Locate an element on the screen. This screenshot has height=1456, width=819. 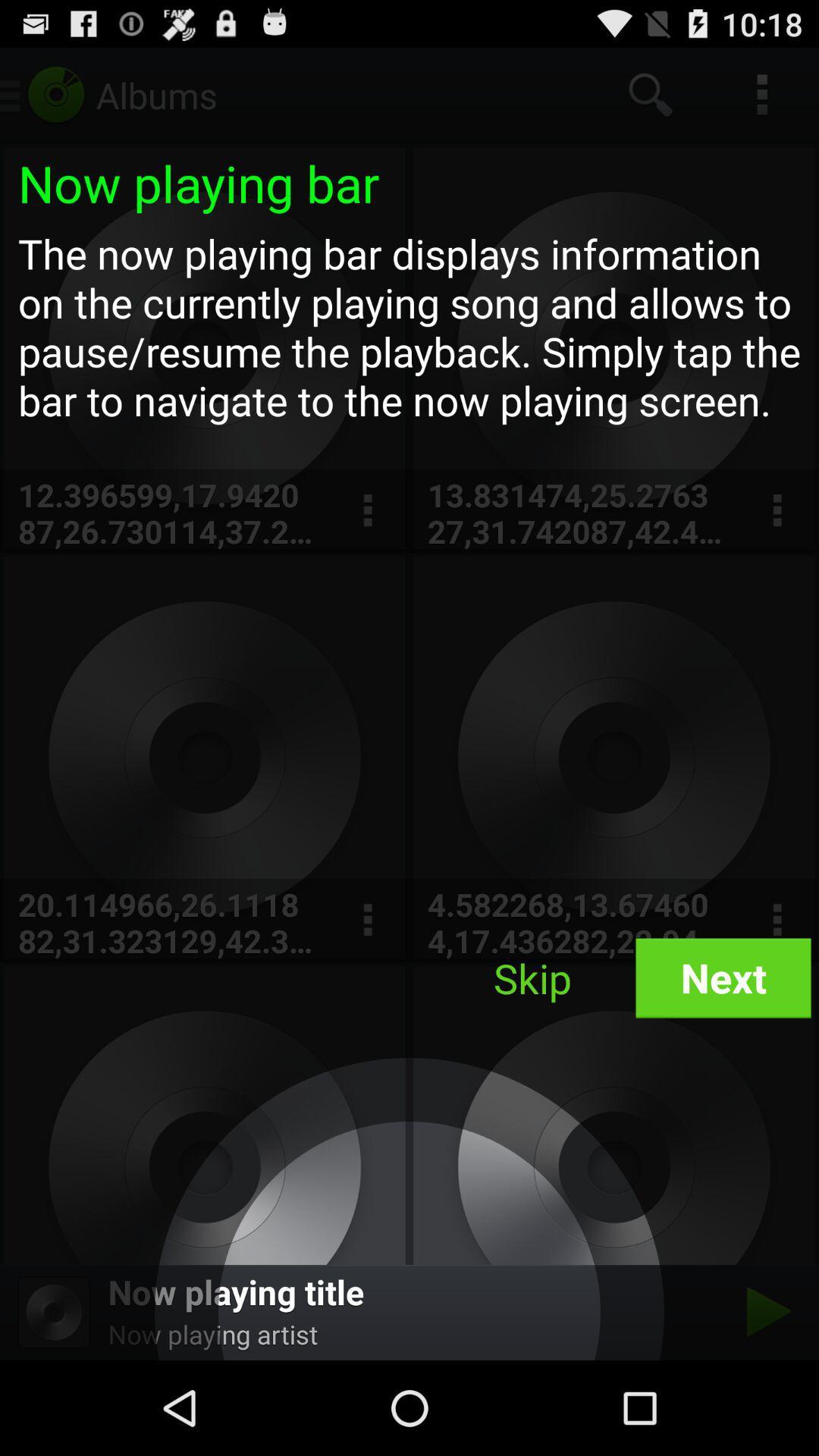
the play icon is located at coordinates (764, 1404).